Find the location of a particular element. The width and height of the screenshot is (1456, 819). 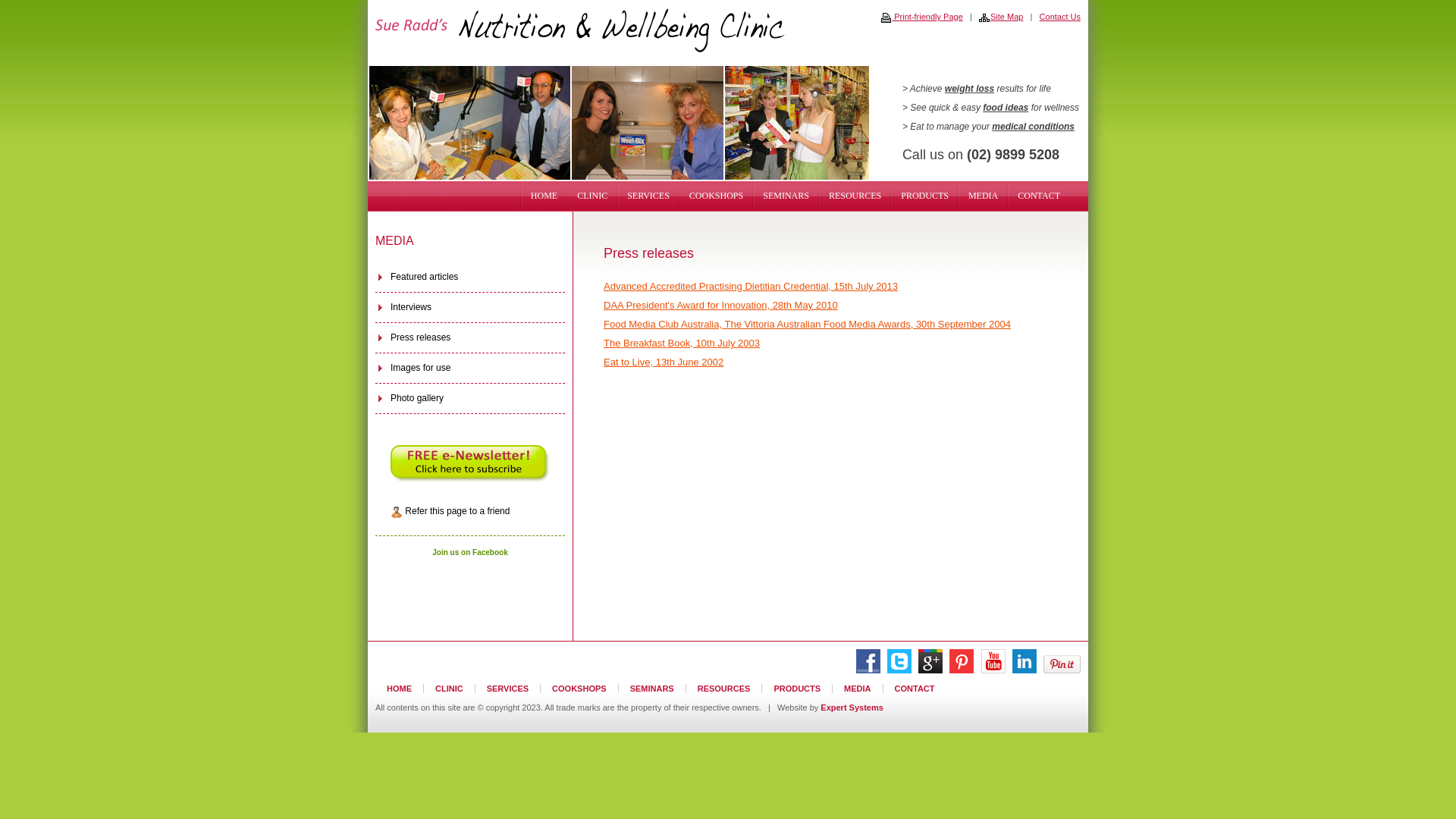

'Site Map' is located at coordinates (1001, 17).